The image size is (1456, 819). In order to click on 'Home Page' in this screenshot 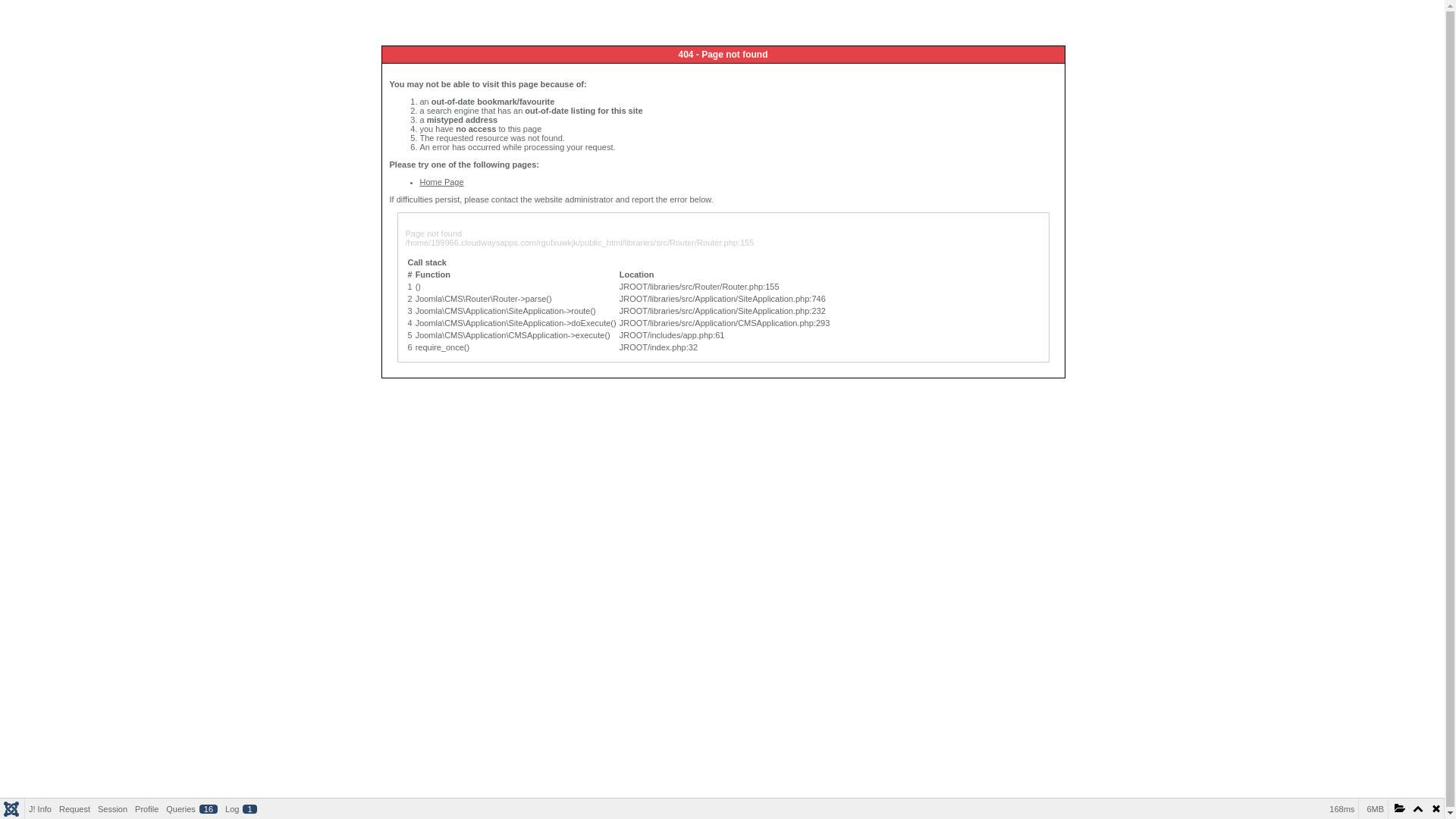, I will do `click(419, 180)`.